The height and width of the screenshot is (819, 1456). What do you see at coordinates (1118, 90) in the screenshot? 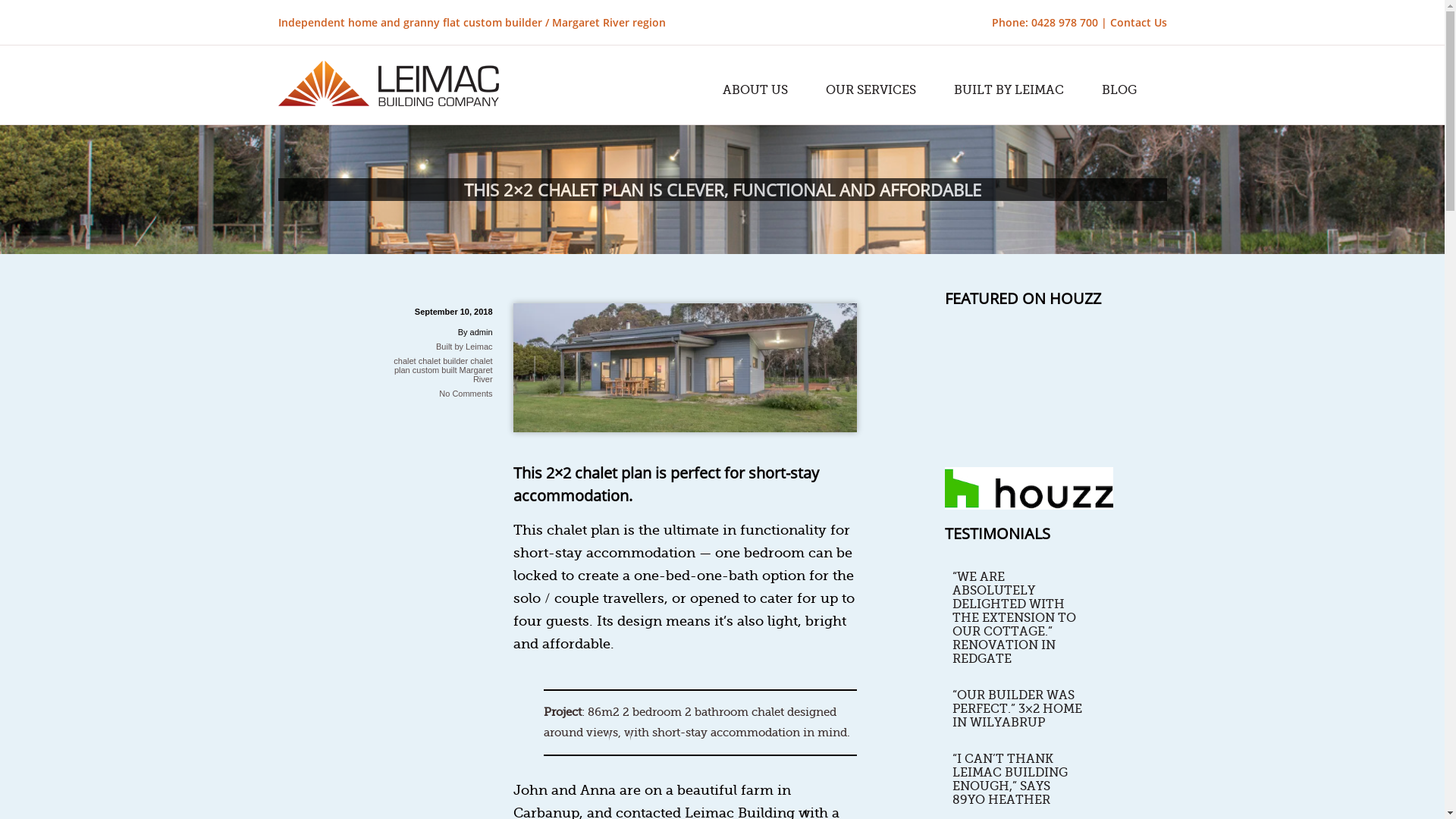
I see `'BLOG'` at bounding box center [1118, 90].